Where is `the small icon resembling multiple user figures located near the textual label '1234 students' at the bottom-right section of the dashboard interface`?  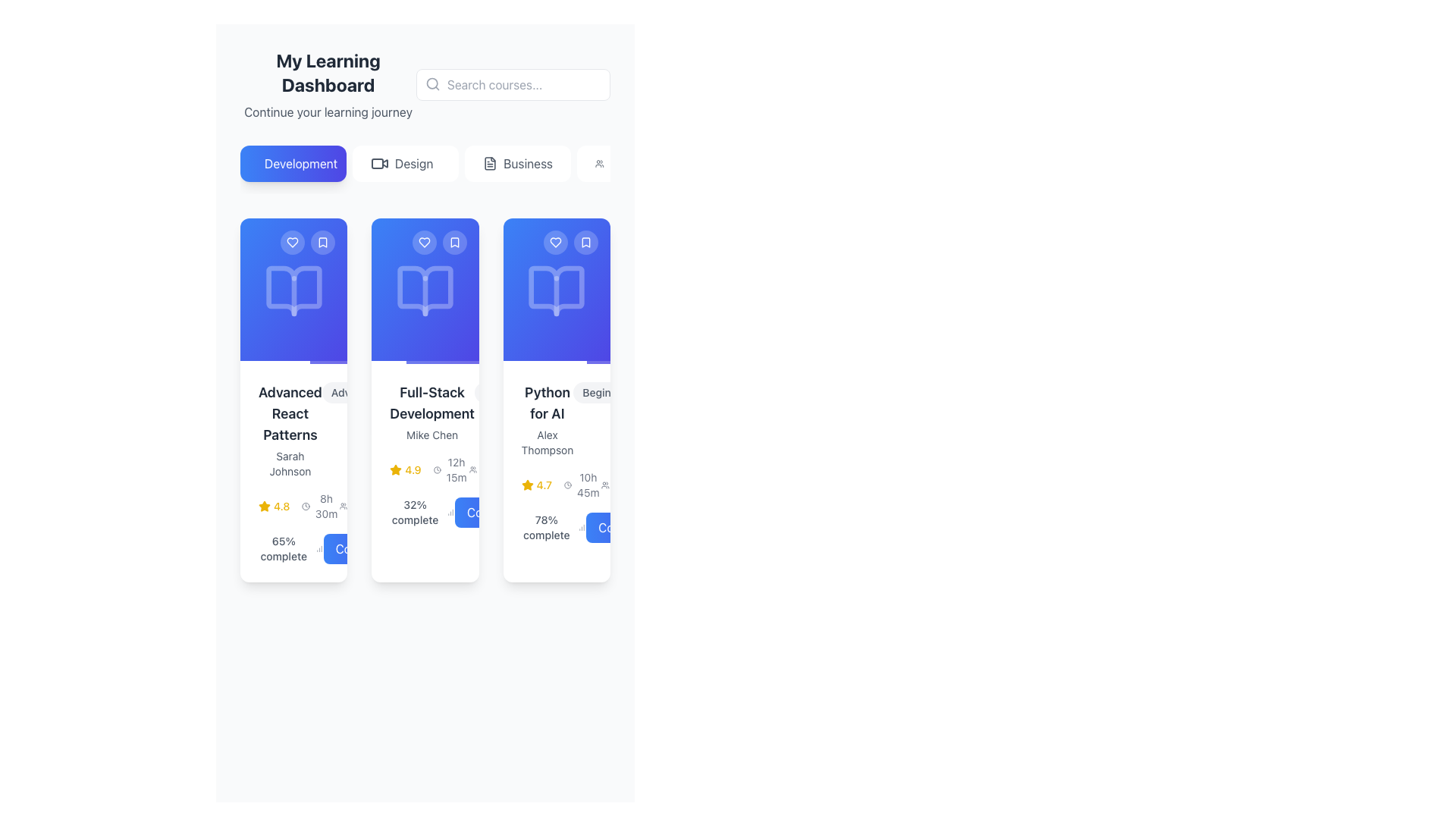
the small icon resembling multiple user figures located near the textual label '1234 students' at the bottom-right section of the dashboard interface is located at coordinates (343, 506).